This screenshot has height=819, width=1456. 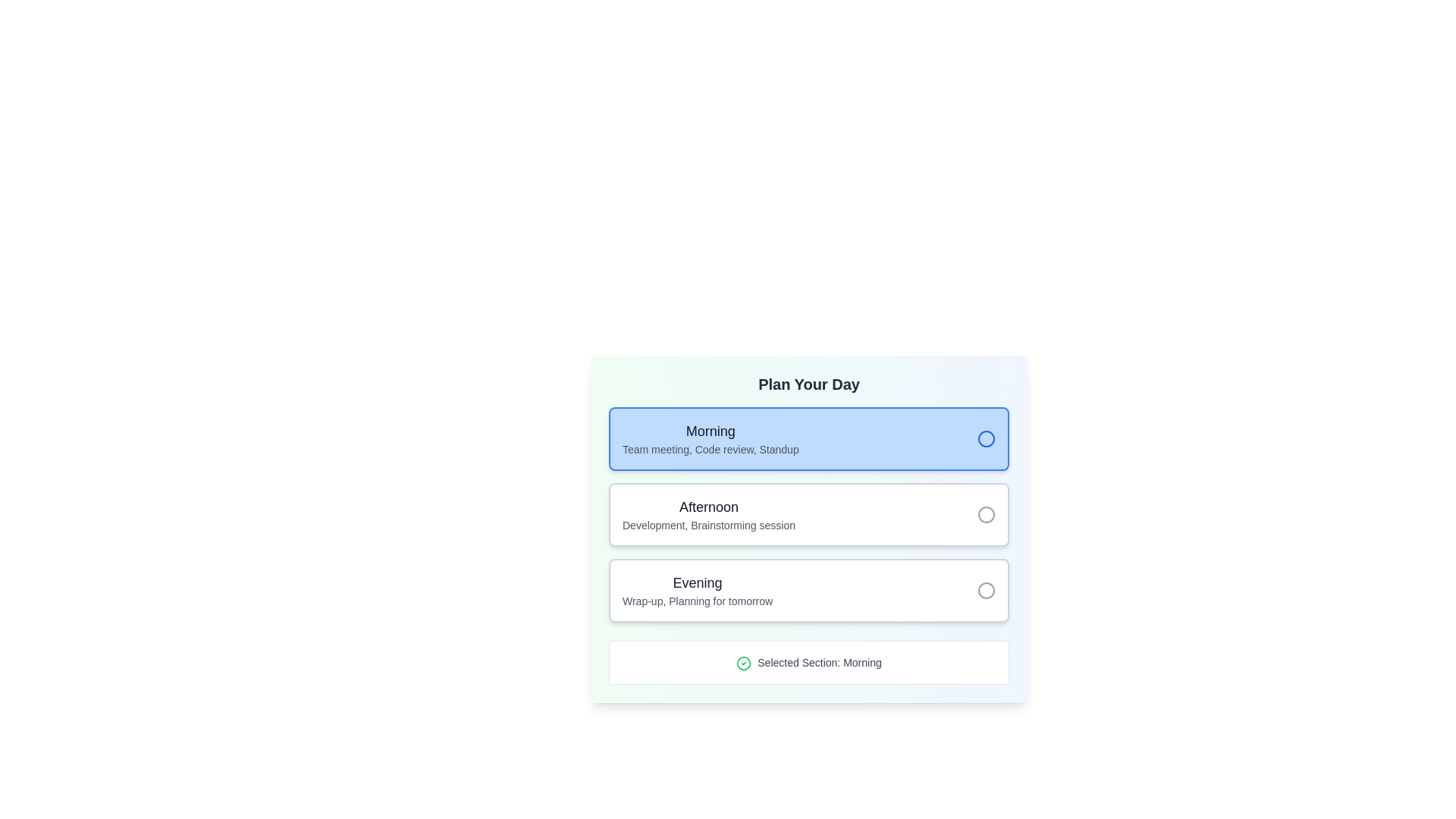 What do you see at coordinates (697, 582) in the screenshot?
I see `the 'Evening' text label, which serves as a header for a specific time slot in the daily planning interface` at bounding box center [697, 582].